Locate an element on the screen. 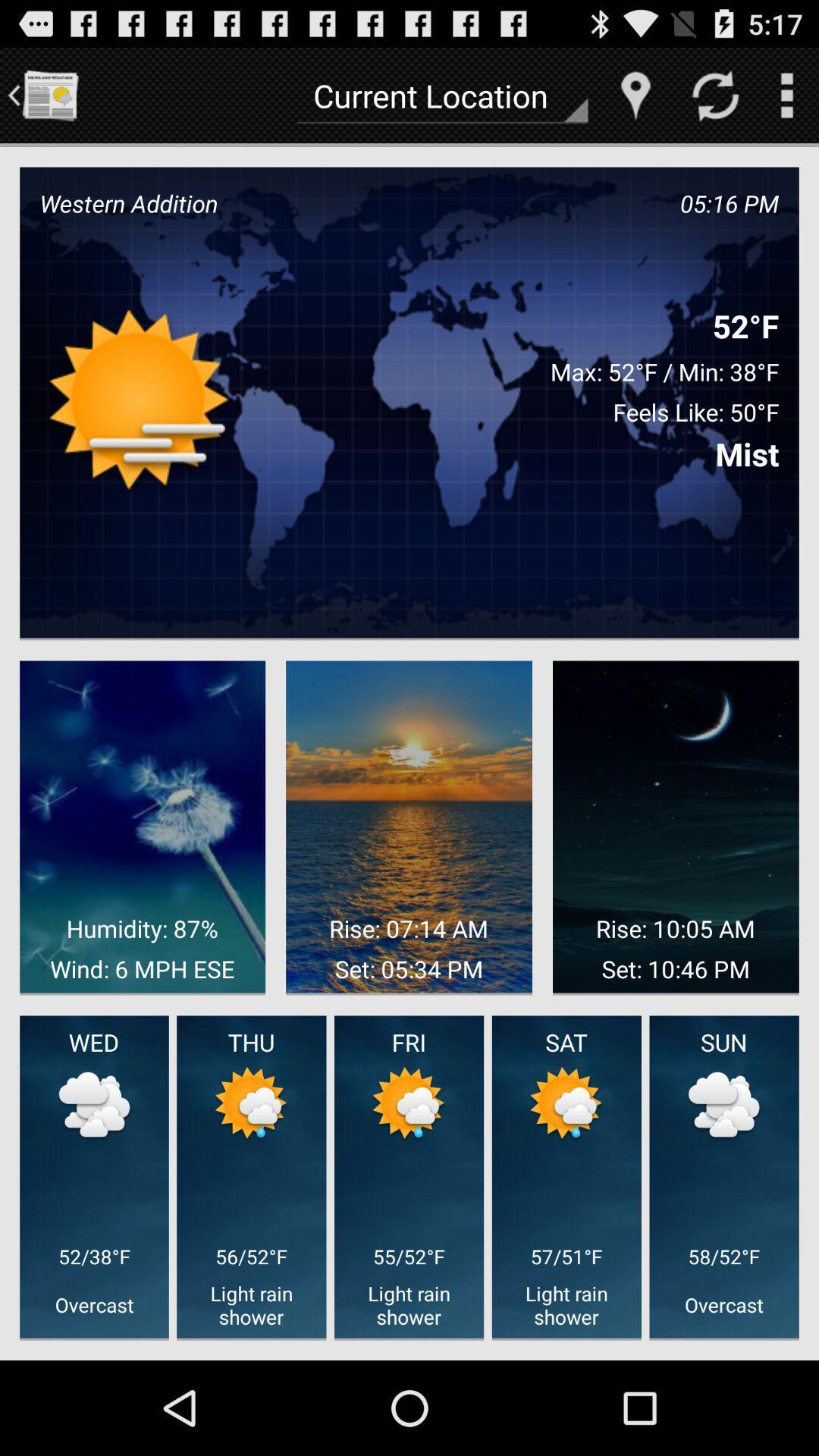  the location icon is located at coordinates (635, 101).